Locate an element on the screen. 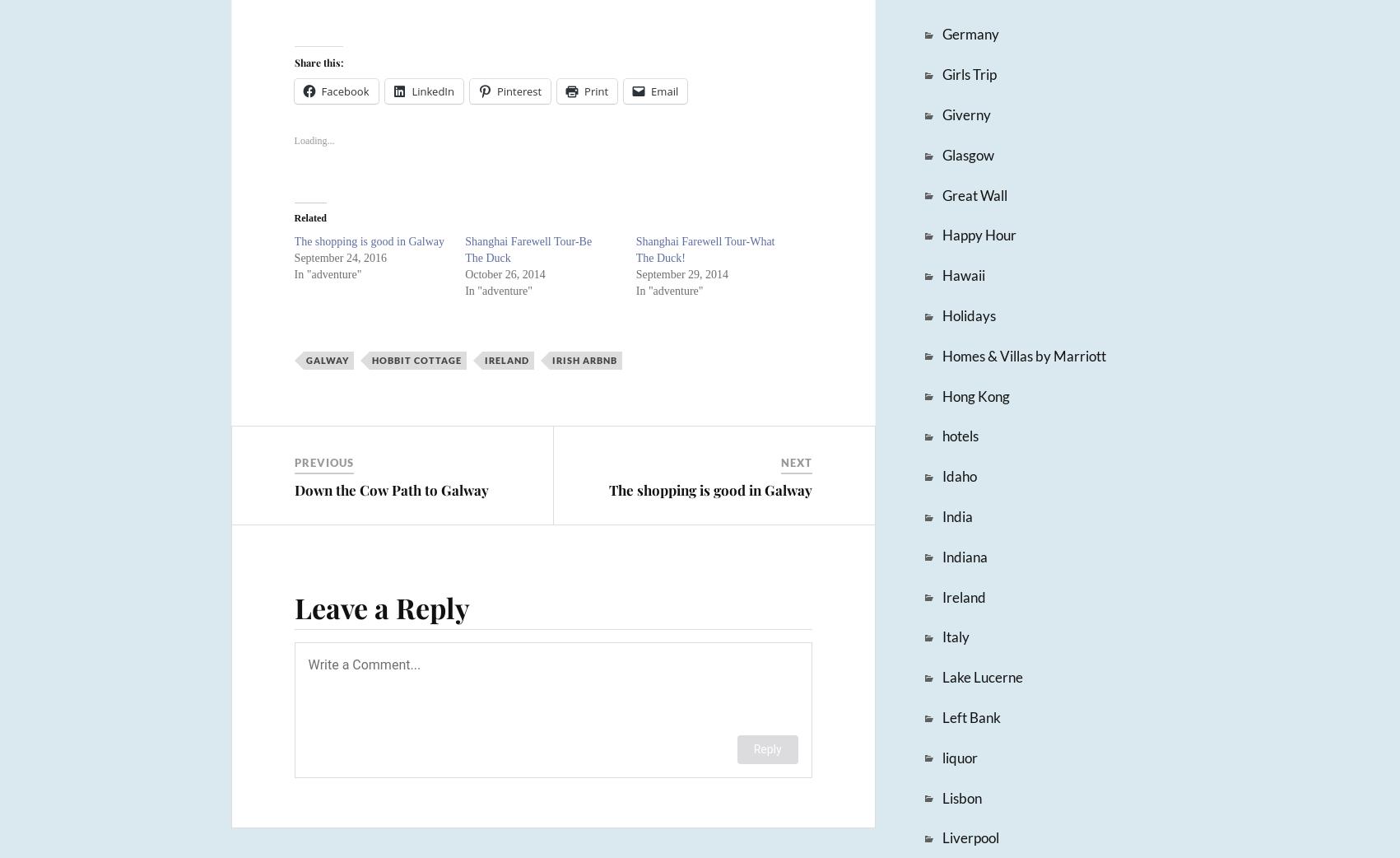  'Hong Kong' is located at coordinates (974, 395).